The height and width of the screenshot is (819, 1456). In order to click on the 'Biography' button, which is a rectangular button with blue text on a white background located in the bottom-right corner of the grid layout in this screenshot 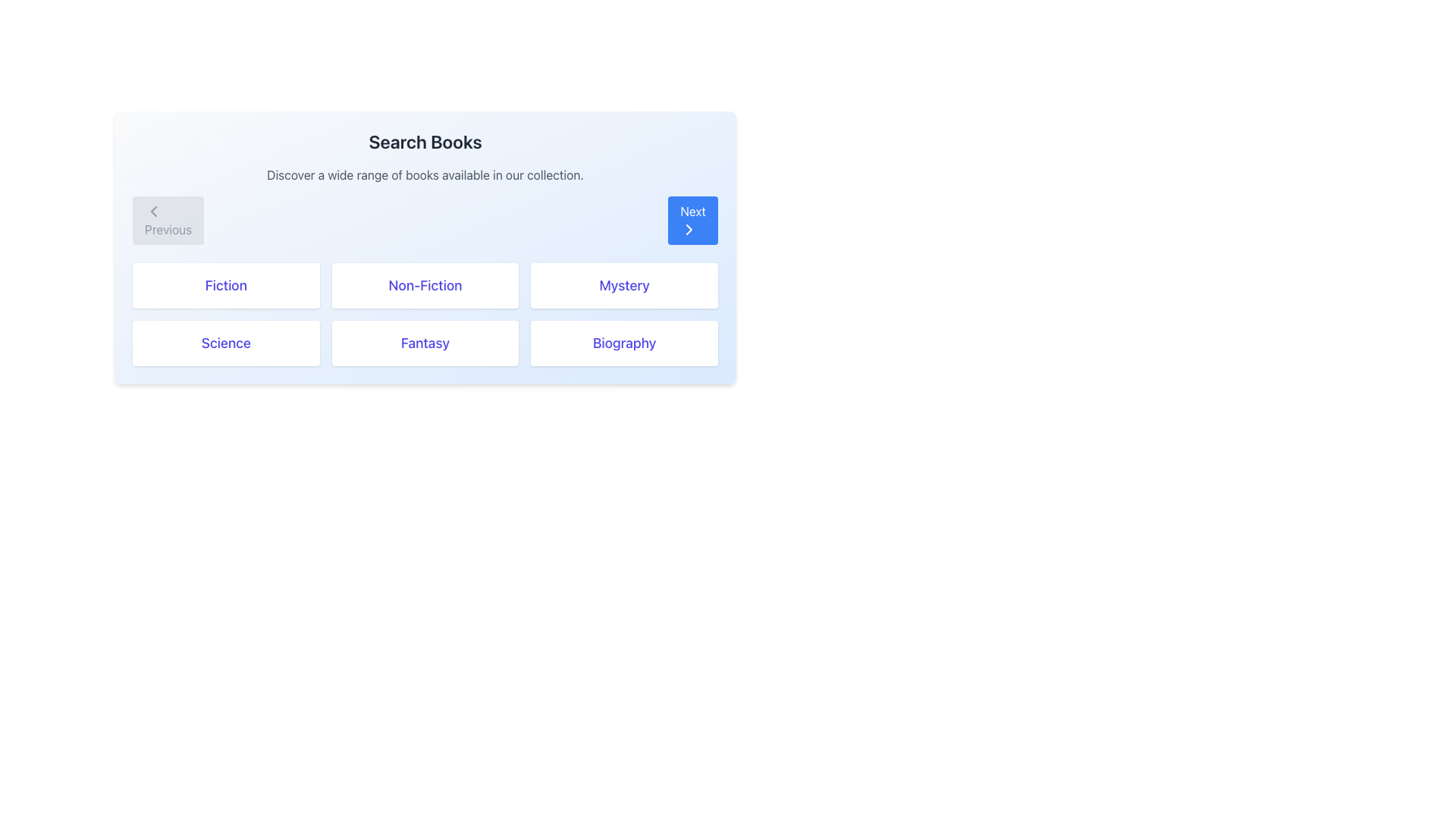, I will do `click(624, 343)`.